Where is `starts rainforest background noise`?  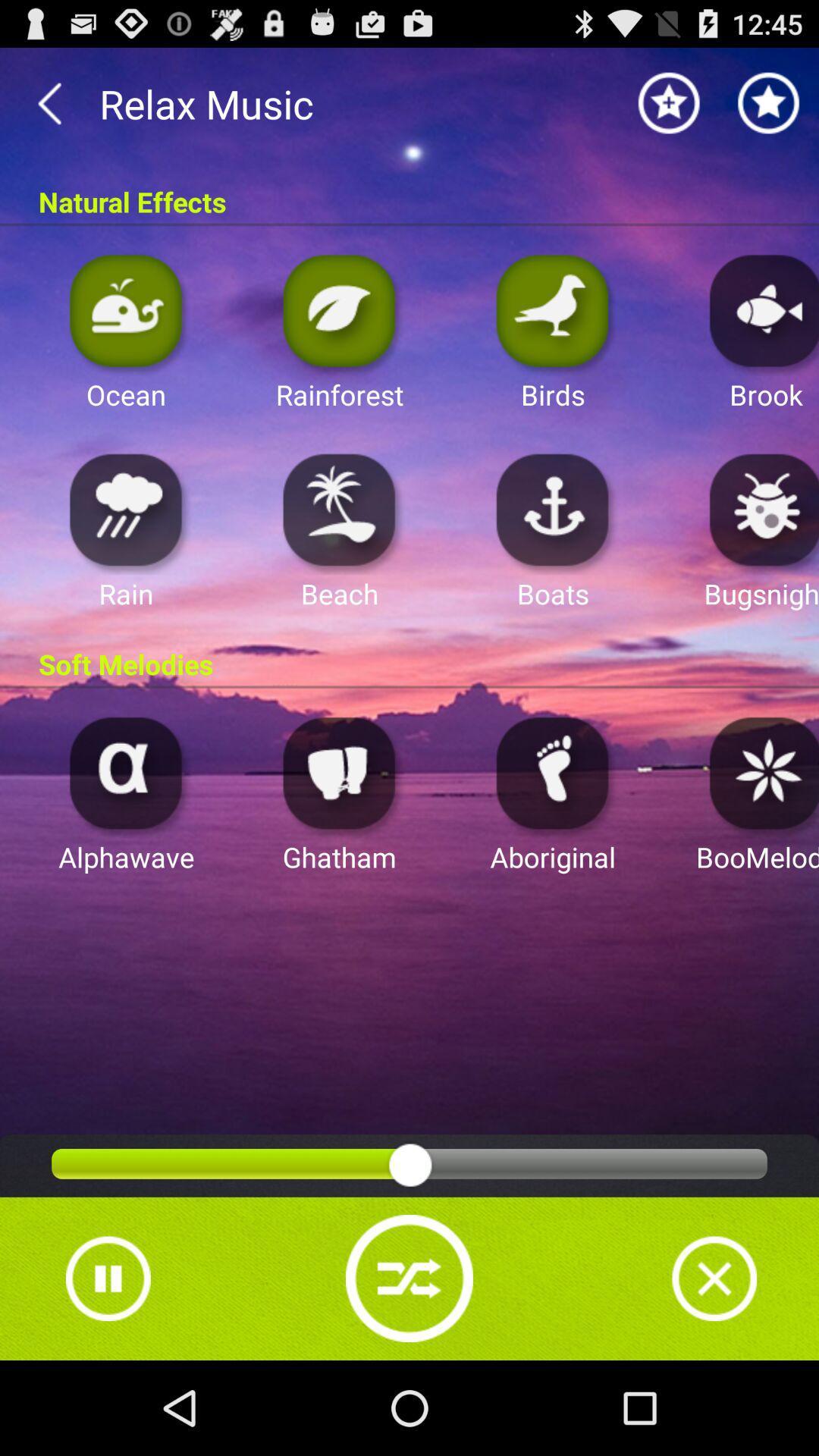
starts rainforest background noise is located at coordinates (339, 309).